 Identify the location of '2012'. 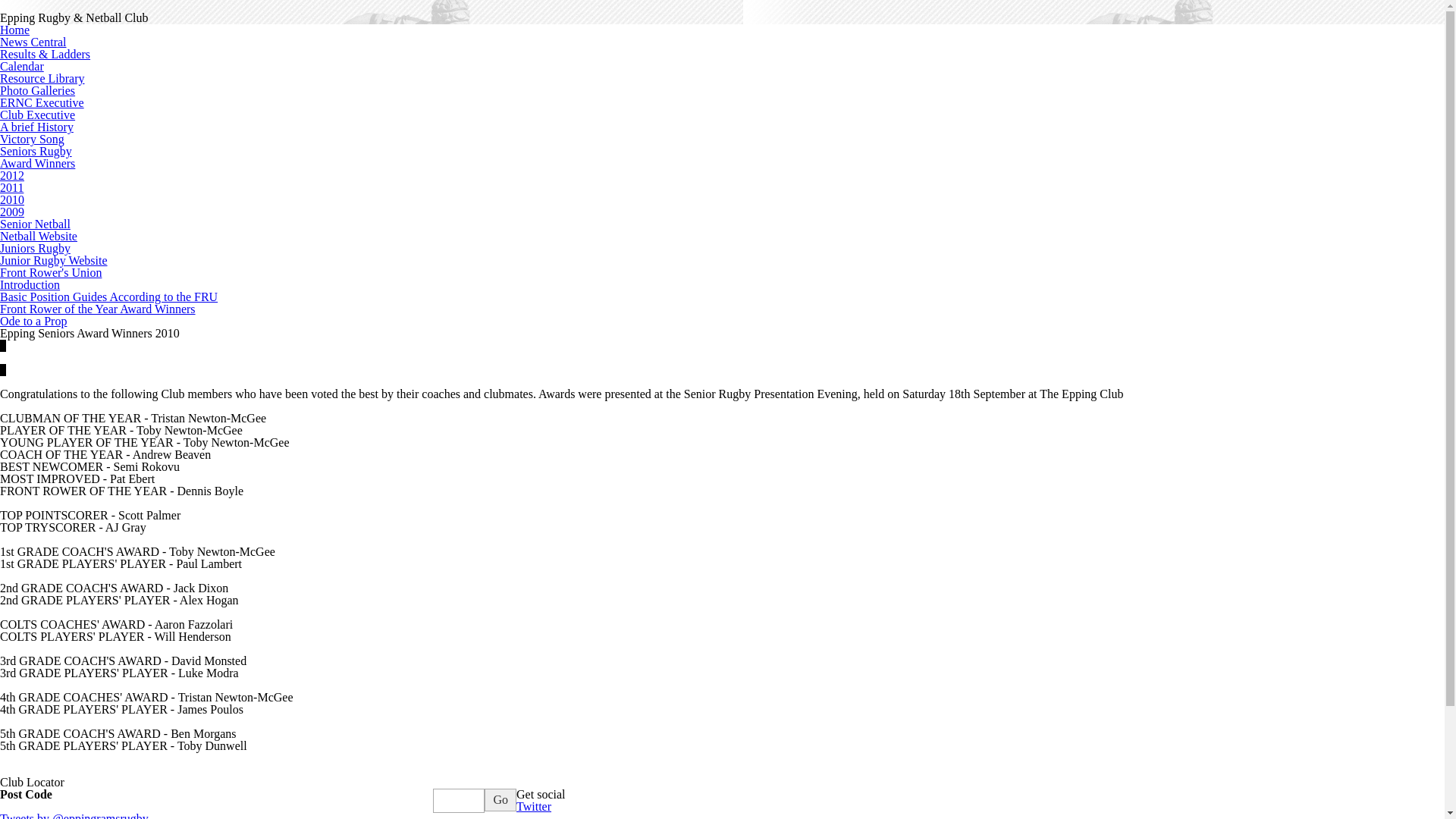
(0, 174).